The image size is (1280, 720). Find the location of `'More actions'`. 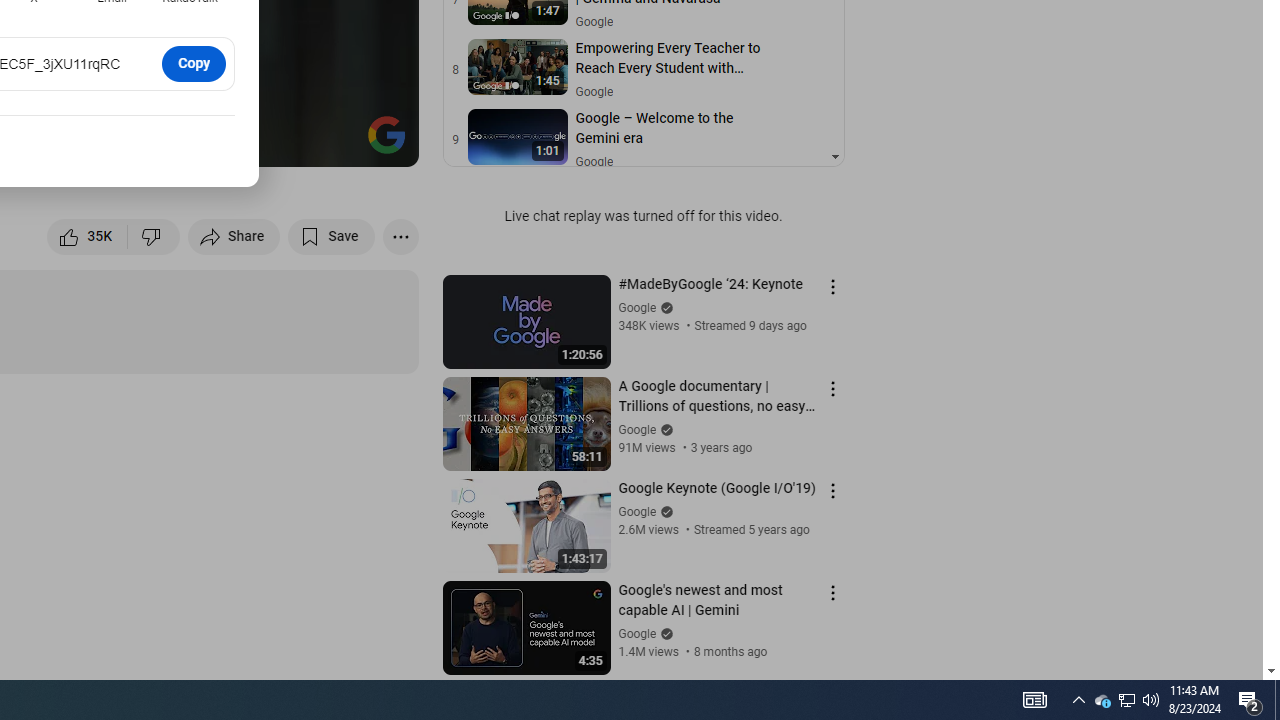

'More actions' is located at coordinates (400, 235).